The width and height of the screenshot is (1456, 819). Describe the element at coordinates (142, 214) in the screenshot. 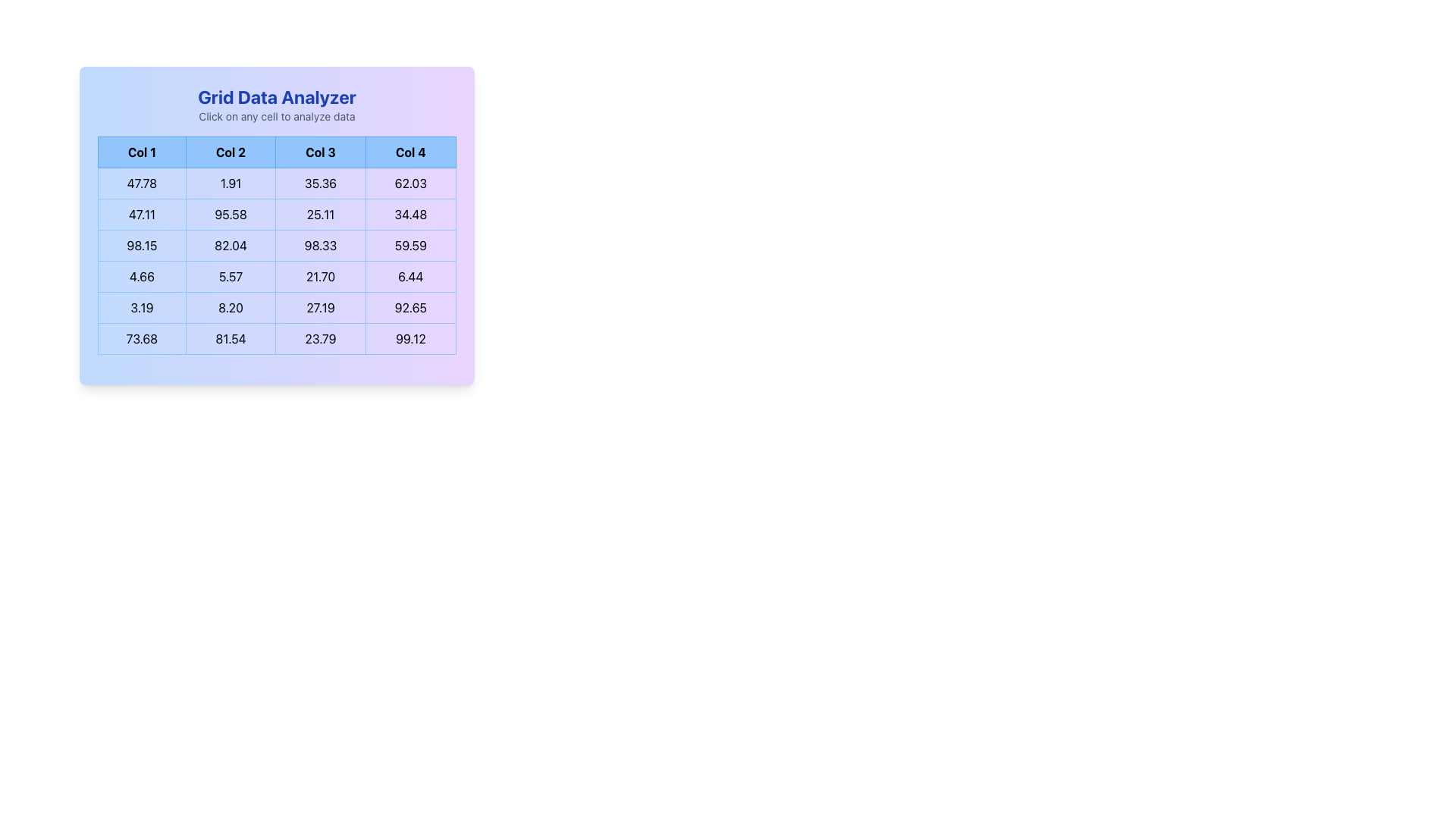

I see `the numeric value displayed in the table cell located in the second row under the first column ('Col 1')` at that location.